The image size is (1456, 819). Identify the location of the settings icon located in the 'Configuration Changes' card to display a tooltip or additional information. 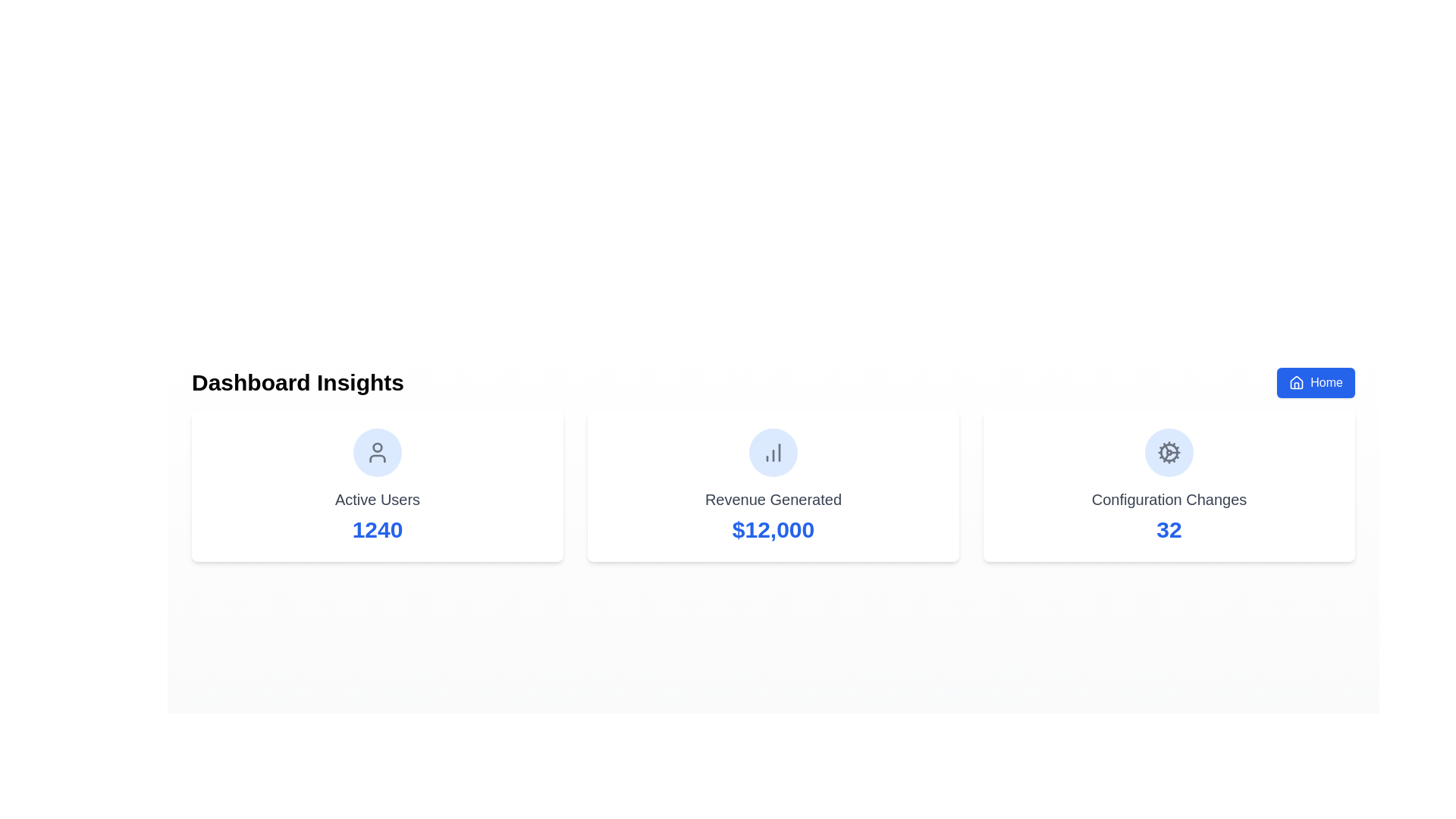
(1168, 452).